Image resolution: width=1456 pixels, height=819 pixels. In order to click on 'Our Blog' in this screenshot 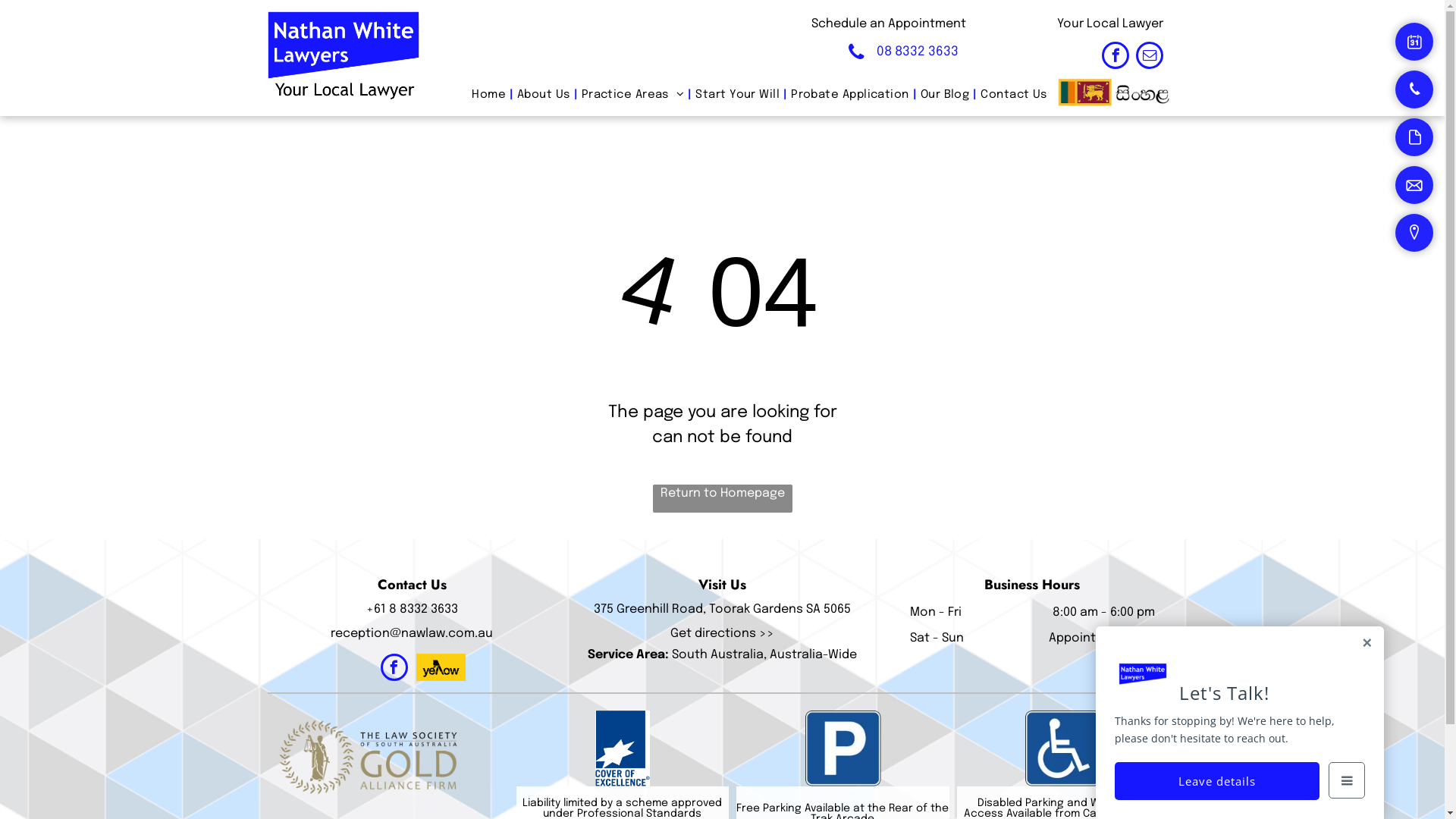, I will do `click(944, 95)`.